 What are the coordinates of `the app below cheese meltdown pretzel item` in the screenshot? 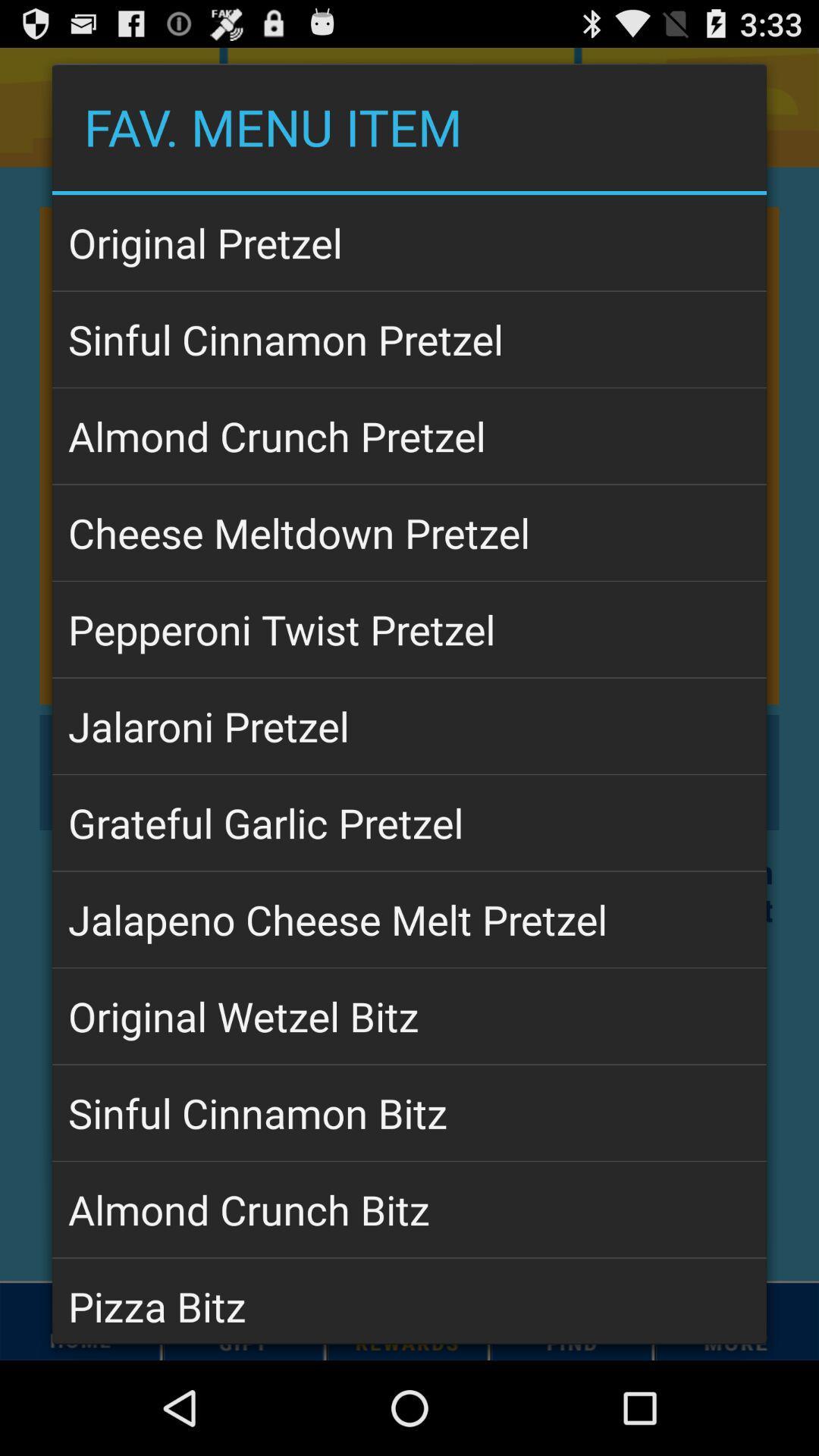 It's located at (409, 629).